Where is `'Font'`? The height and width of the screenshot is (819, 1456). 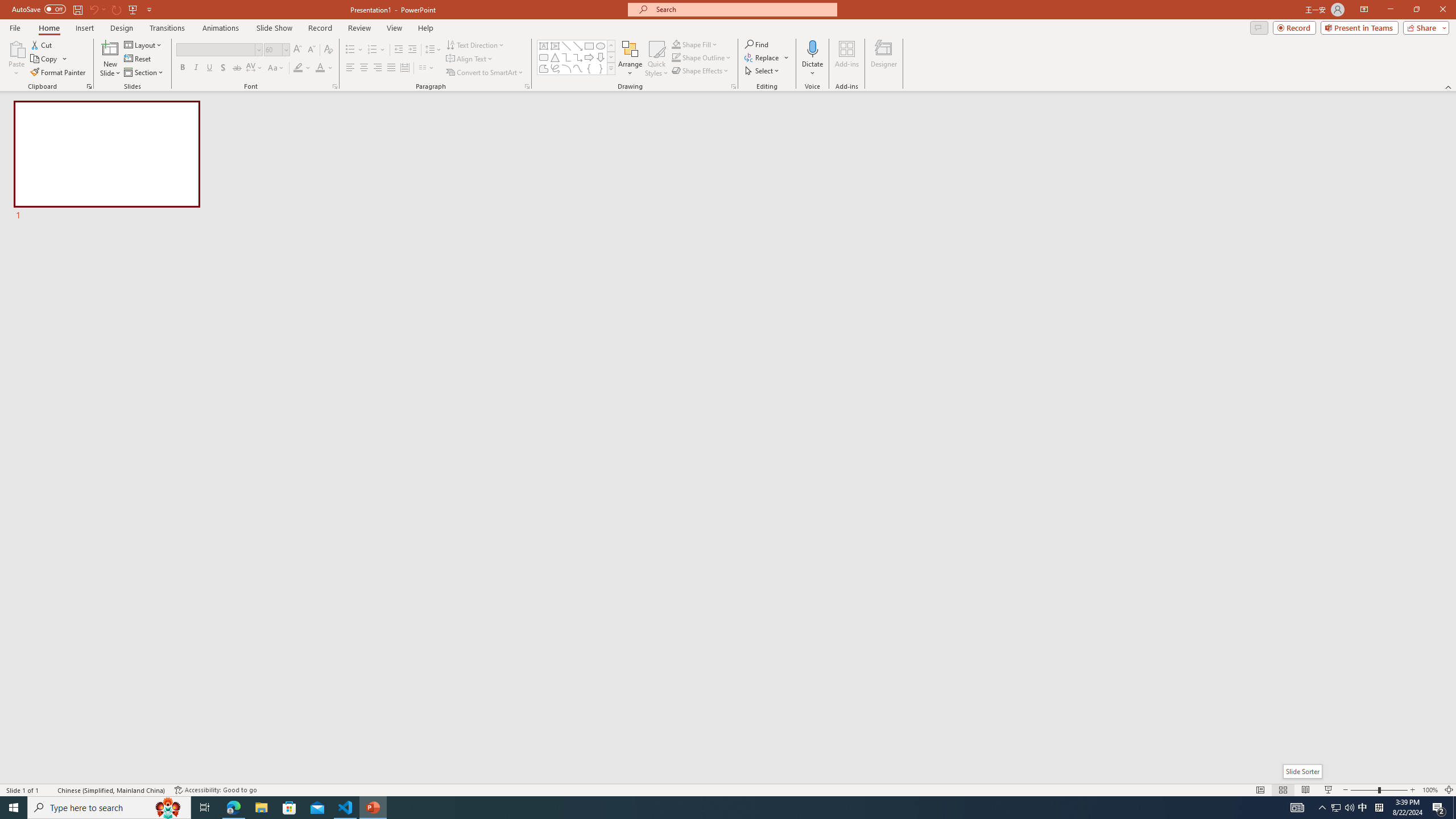
'Font' is located at coordinates (218, 49).